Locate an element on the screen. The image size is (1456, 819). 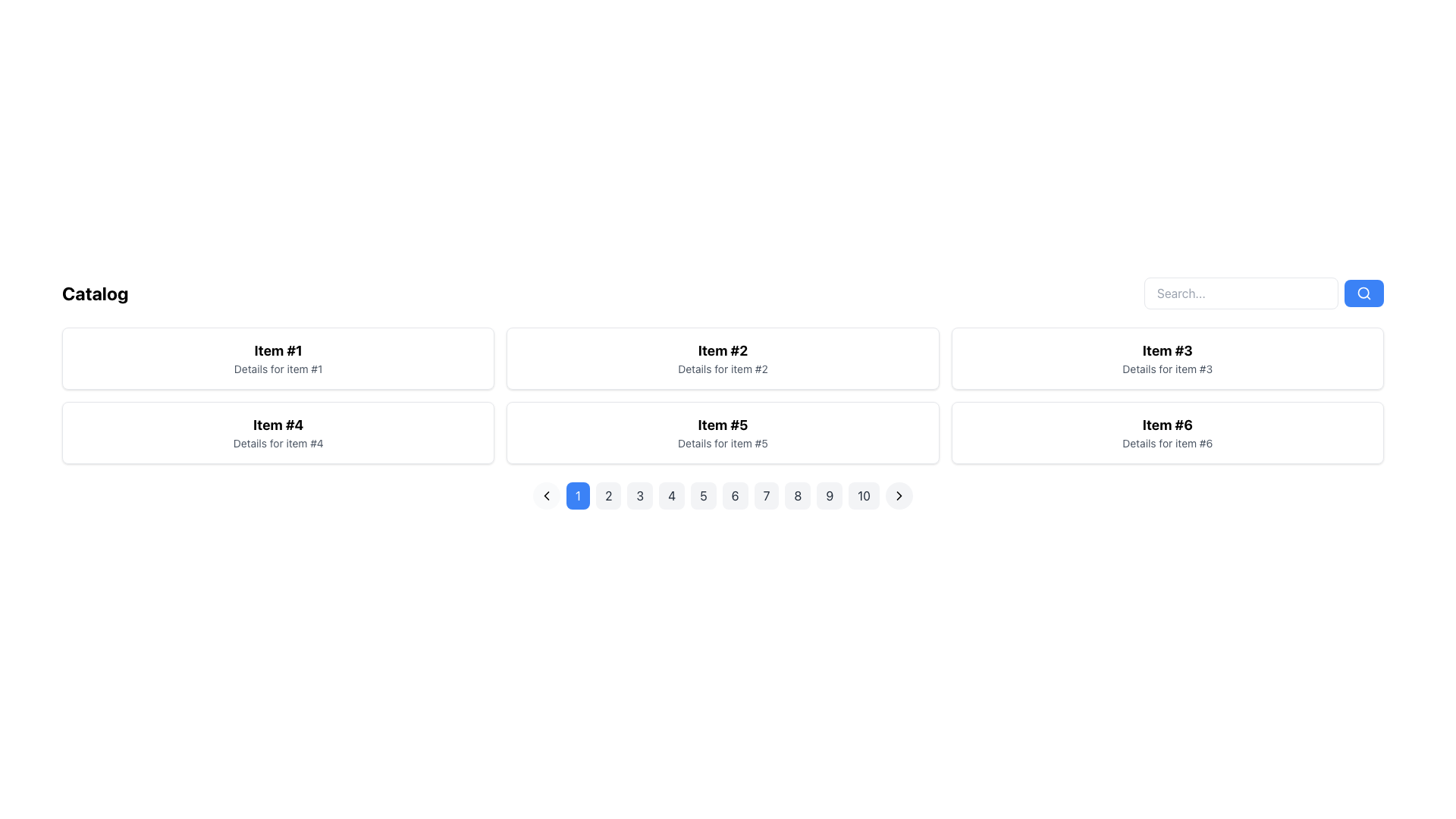
the ninth button in the pagination bar is located at coordinates (829, 496).